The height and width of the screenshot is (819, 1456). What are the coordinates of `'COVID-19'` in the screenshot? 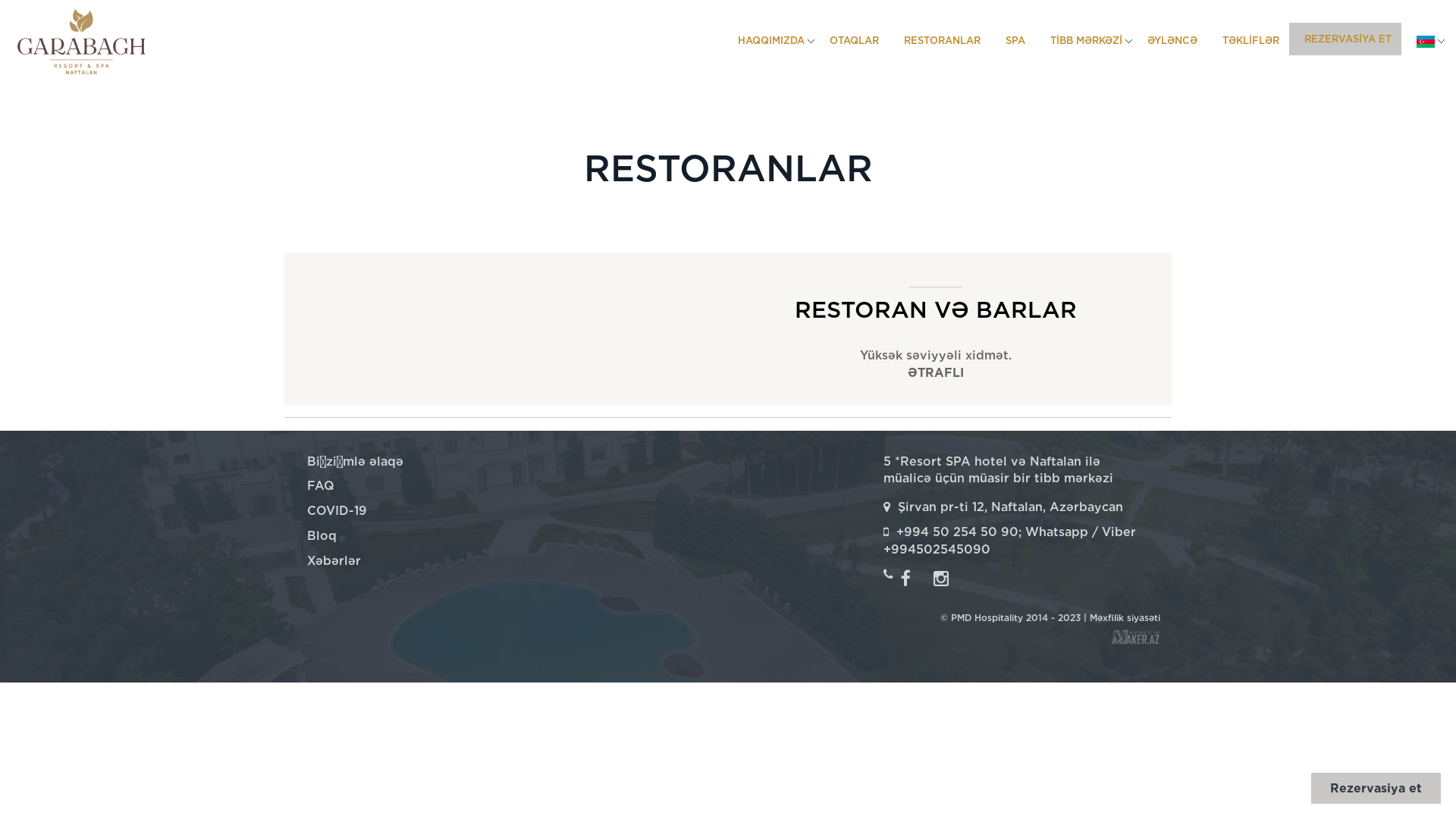 It's located at (336, 510).